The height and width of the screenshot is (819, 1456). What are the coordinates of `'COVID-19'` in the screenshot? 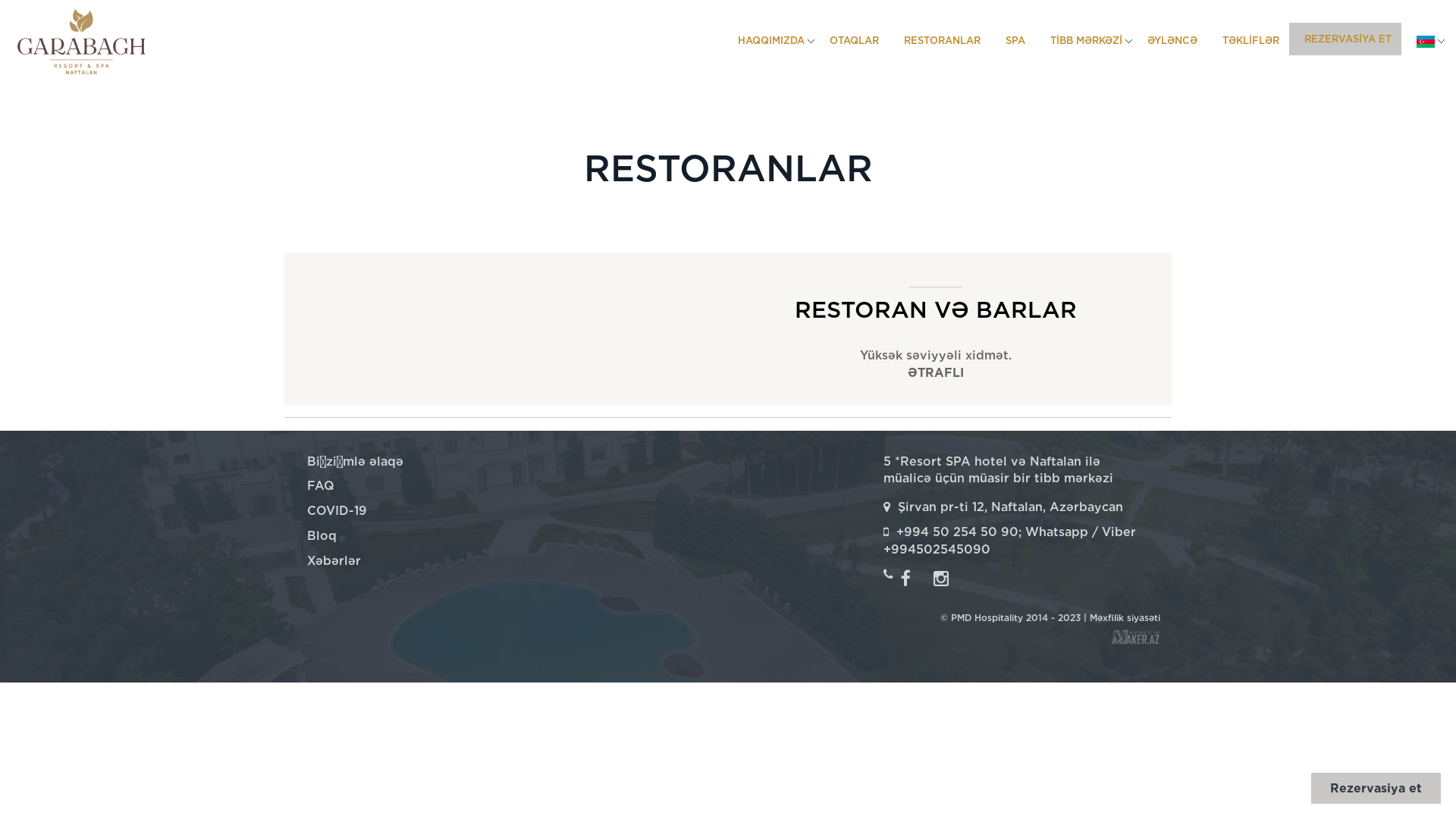 It's located at (336, 510).